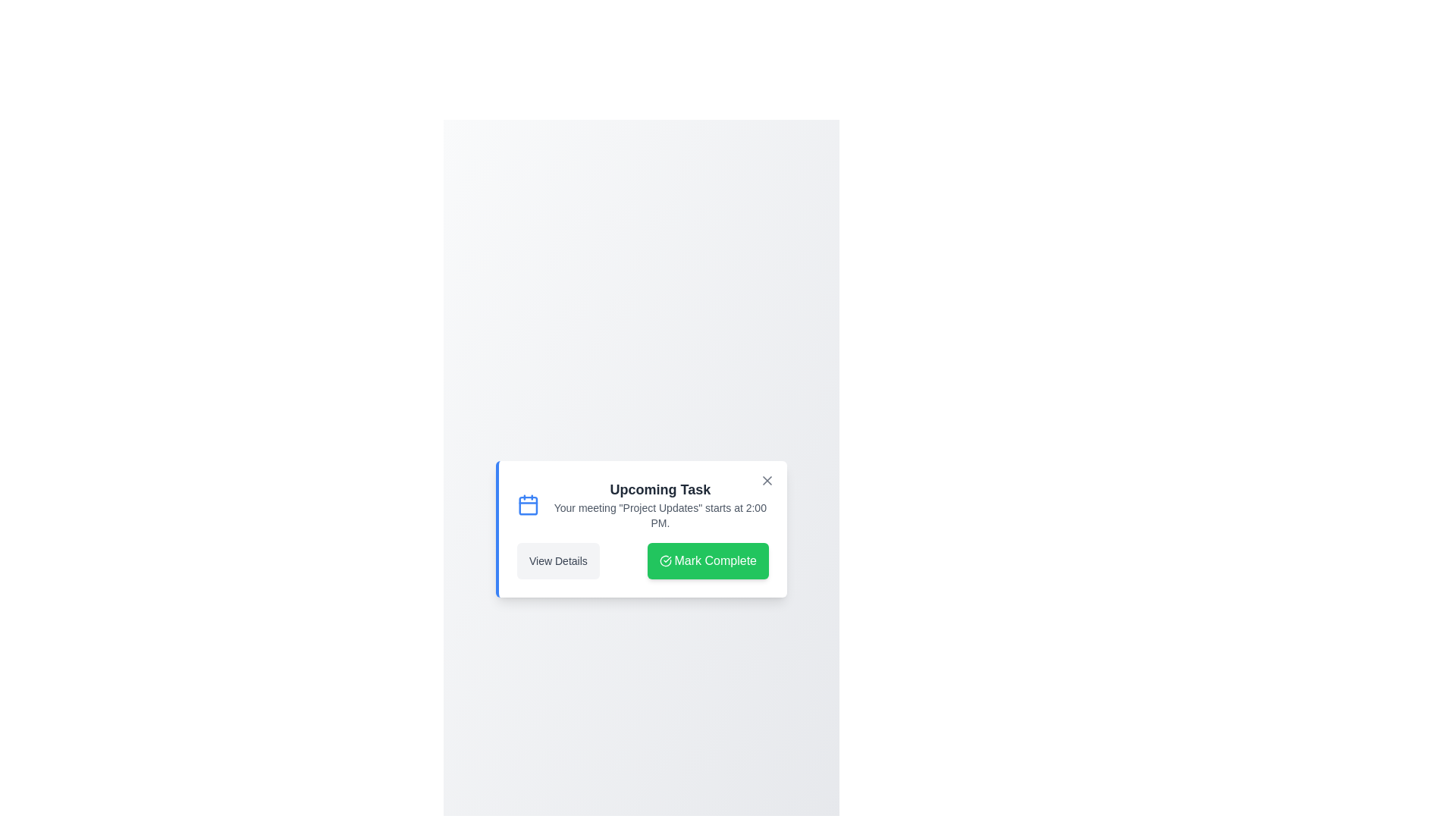  What do you see at coordinates (528, 505) in the screenshot?
I see `the calendar icon to inspect it` at bounding box center [528, 505].